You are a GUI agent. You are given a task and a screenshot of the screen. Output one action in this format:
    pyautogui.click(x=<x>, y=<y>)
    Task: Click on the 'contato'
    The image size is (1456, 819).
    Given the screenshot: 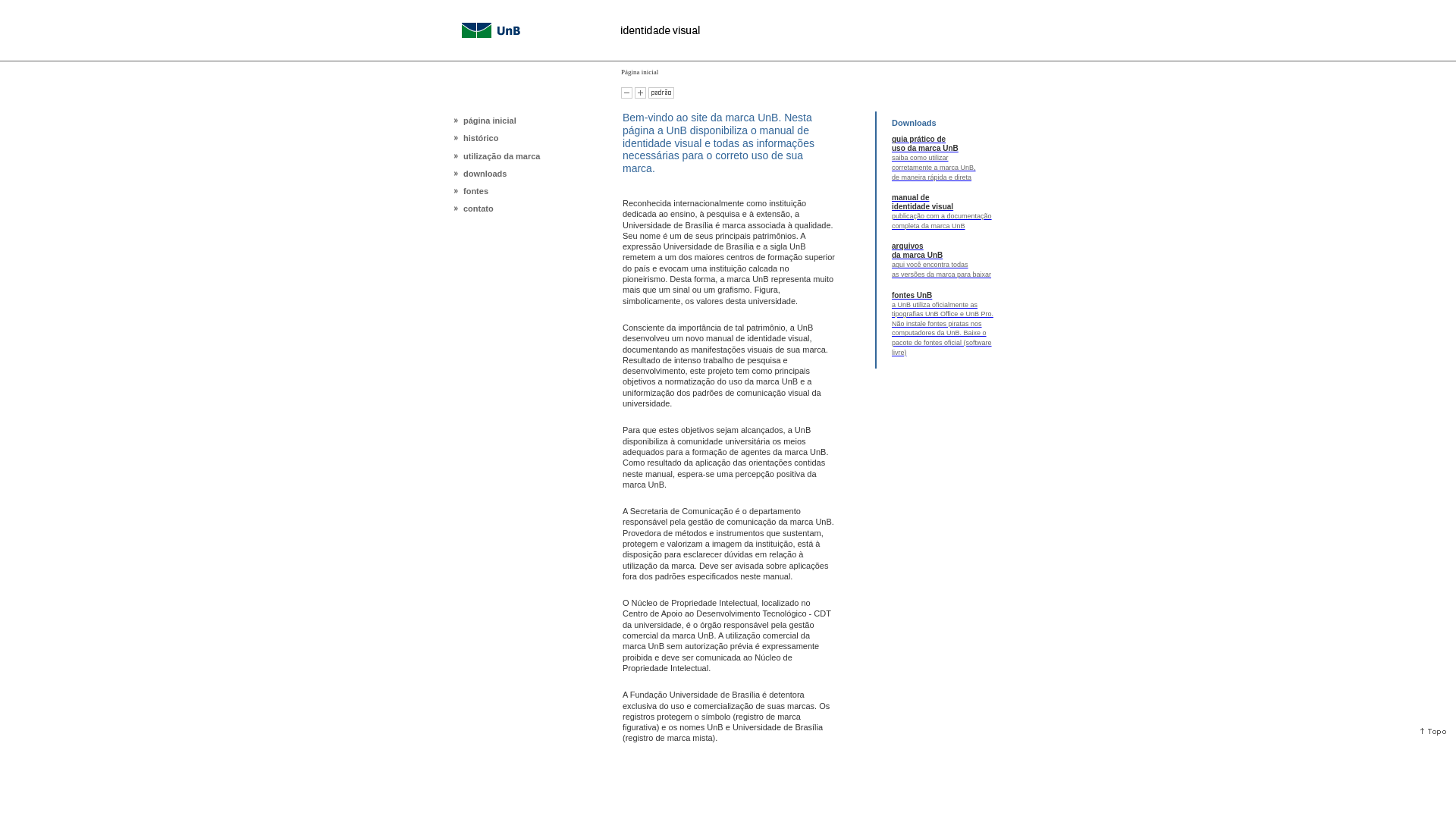 What is the action you would take?
    pyautogui.click(x=477, y=208)
    